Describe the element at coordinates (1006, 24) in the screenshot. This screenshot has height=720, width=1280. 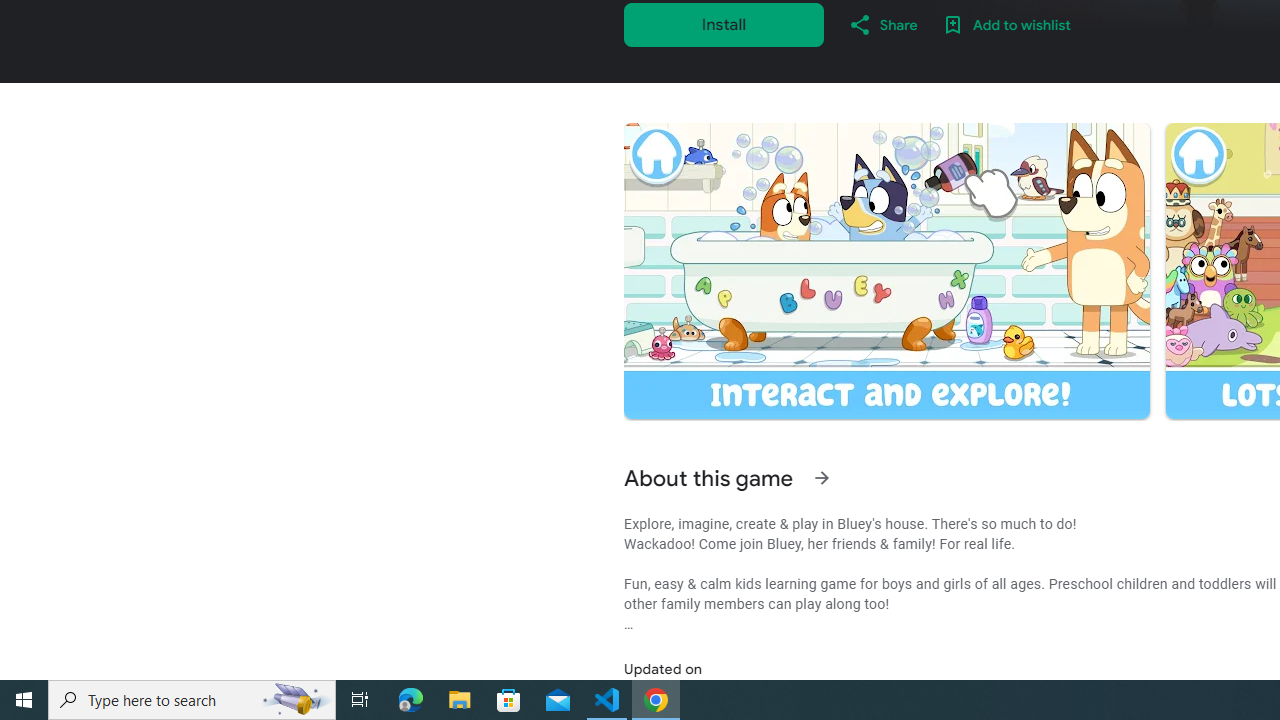
I see `'Add to wishlist'` at that location.